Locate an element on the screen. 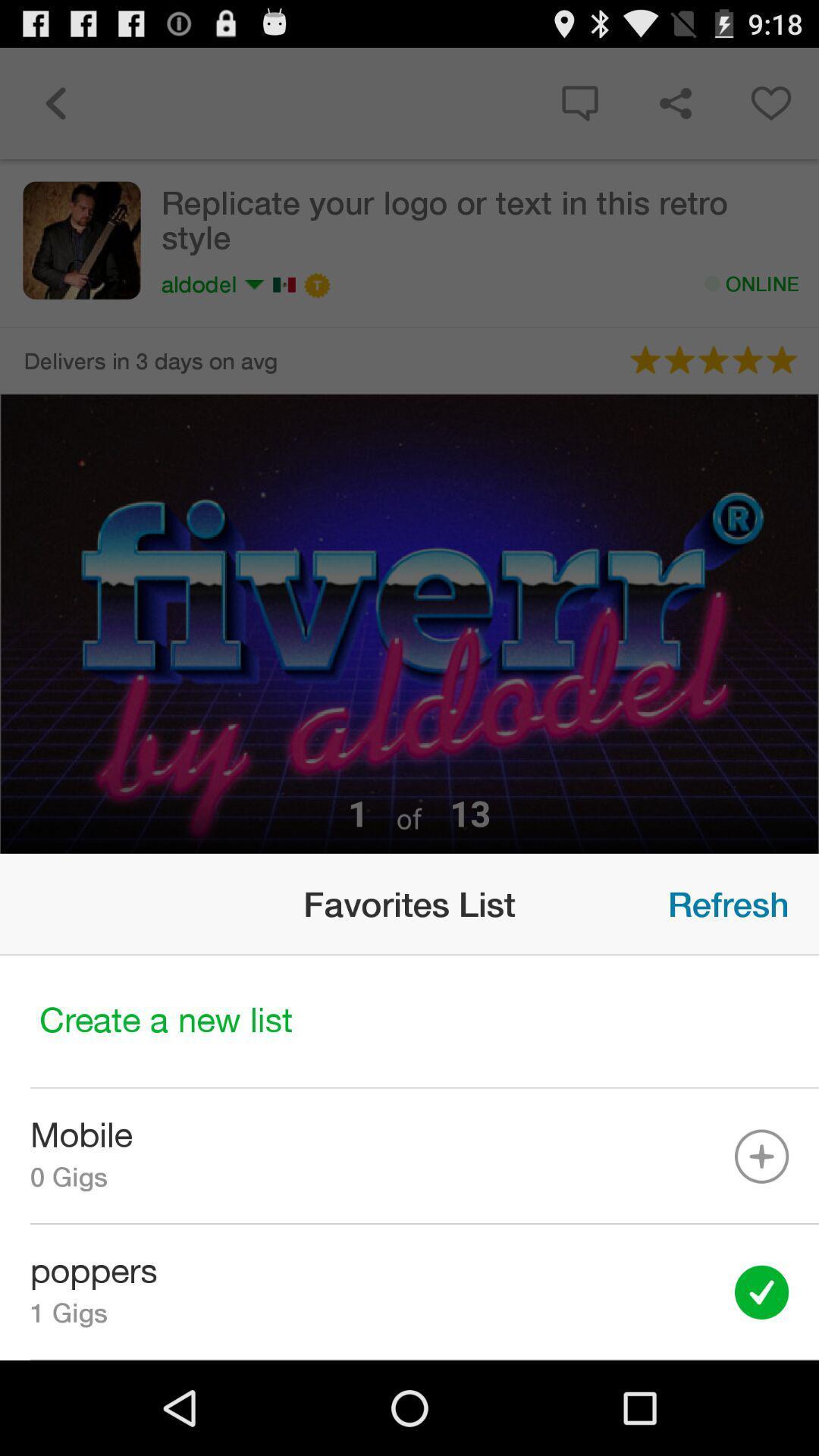 This screenshot has height=1456, width=819. icon to the right of favorites list icon is located at coordinates (727, 904).